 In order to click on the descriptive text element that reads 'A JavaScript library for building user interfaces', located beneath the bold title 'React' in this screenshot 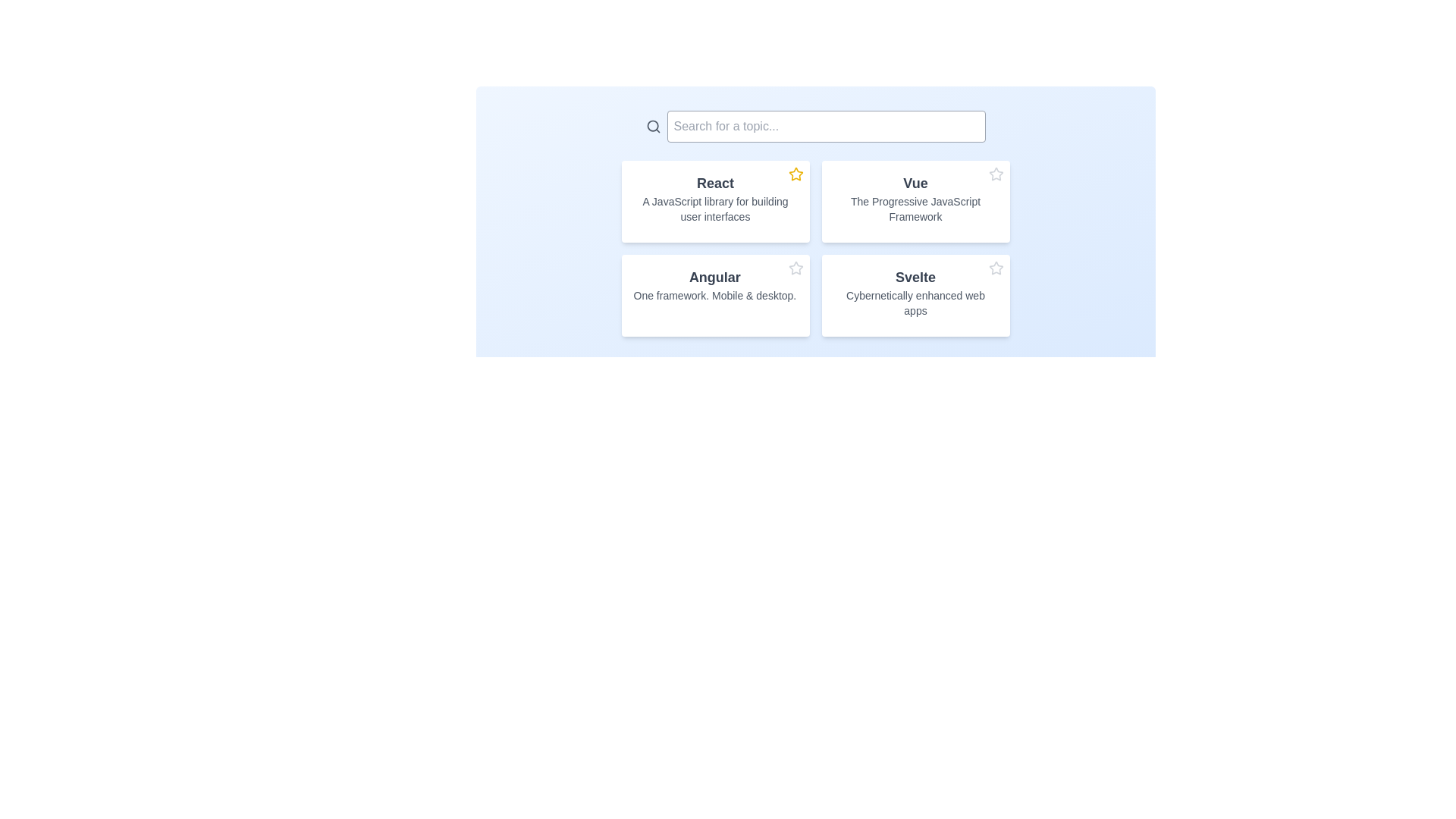, I will do `click(714, 209)`.